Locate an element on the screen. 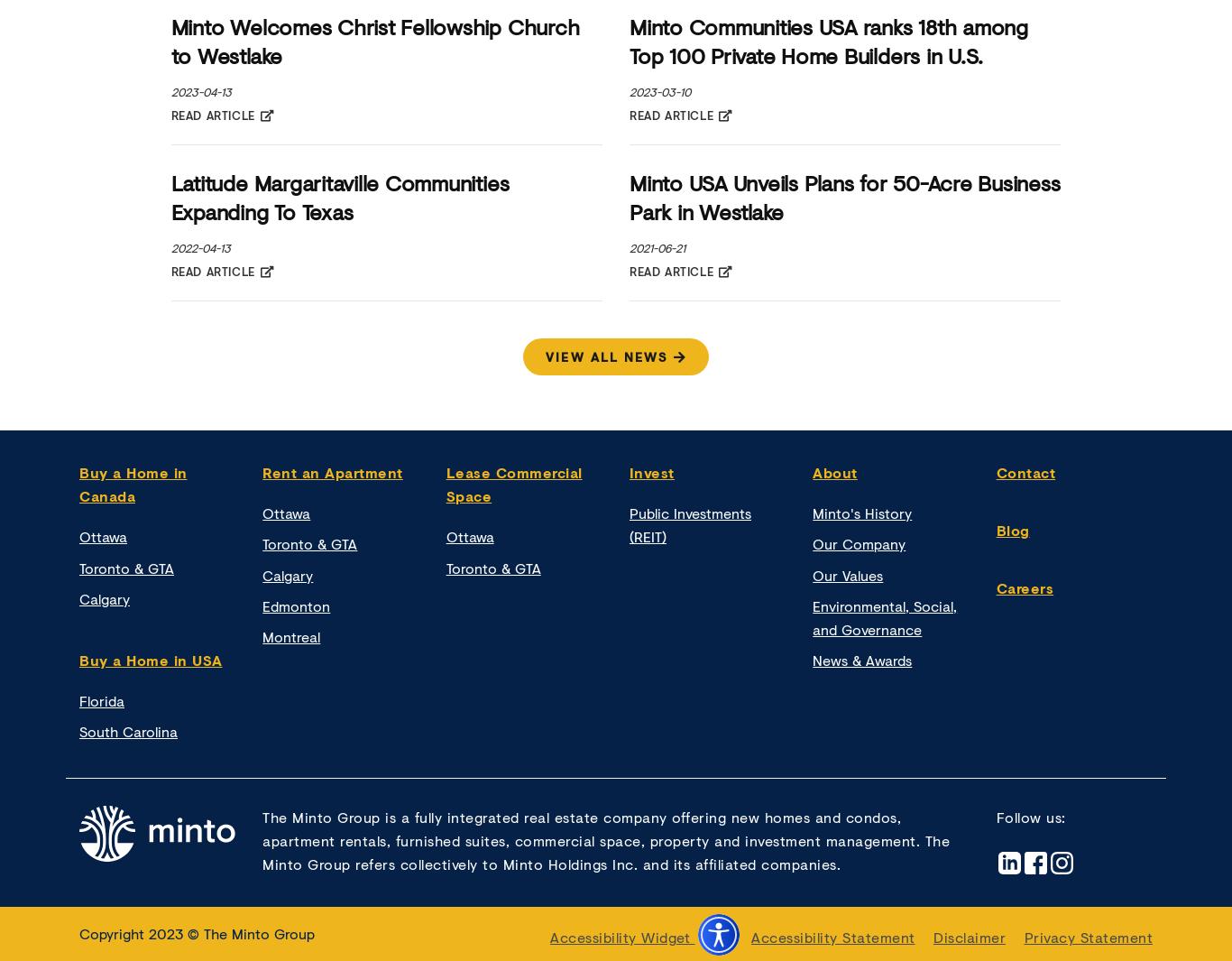 The width and height of the screenshot is (1232, 961). 'Minto Communities USA ranks 18th among Top 100 Private Home Builders in U.S.' is located at coordinates (630, 39).